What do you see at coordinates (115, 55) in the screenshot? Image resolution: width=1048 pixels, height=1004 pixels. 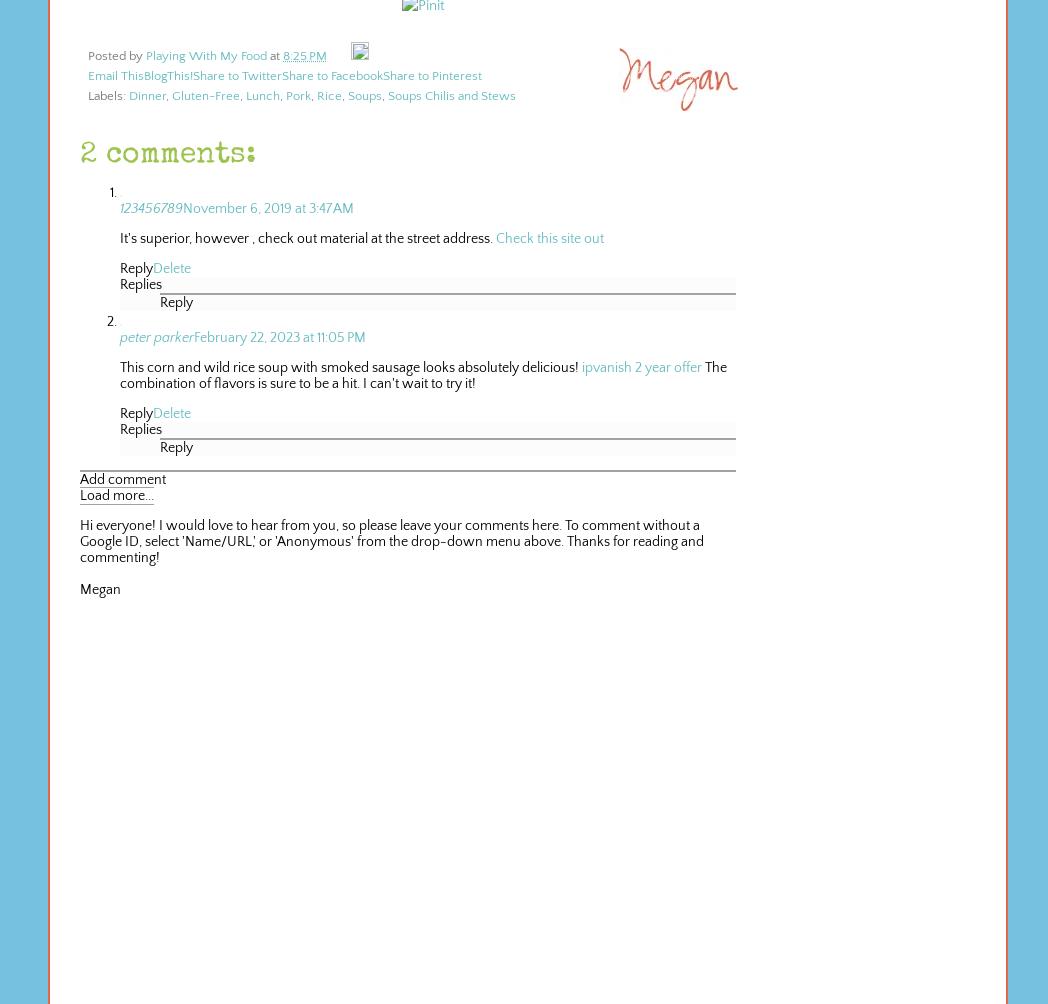 I see `'Posted by'` at bounding box center [115, 55].